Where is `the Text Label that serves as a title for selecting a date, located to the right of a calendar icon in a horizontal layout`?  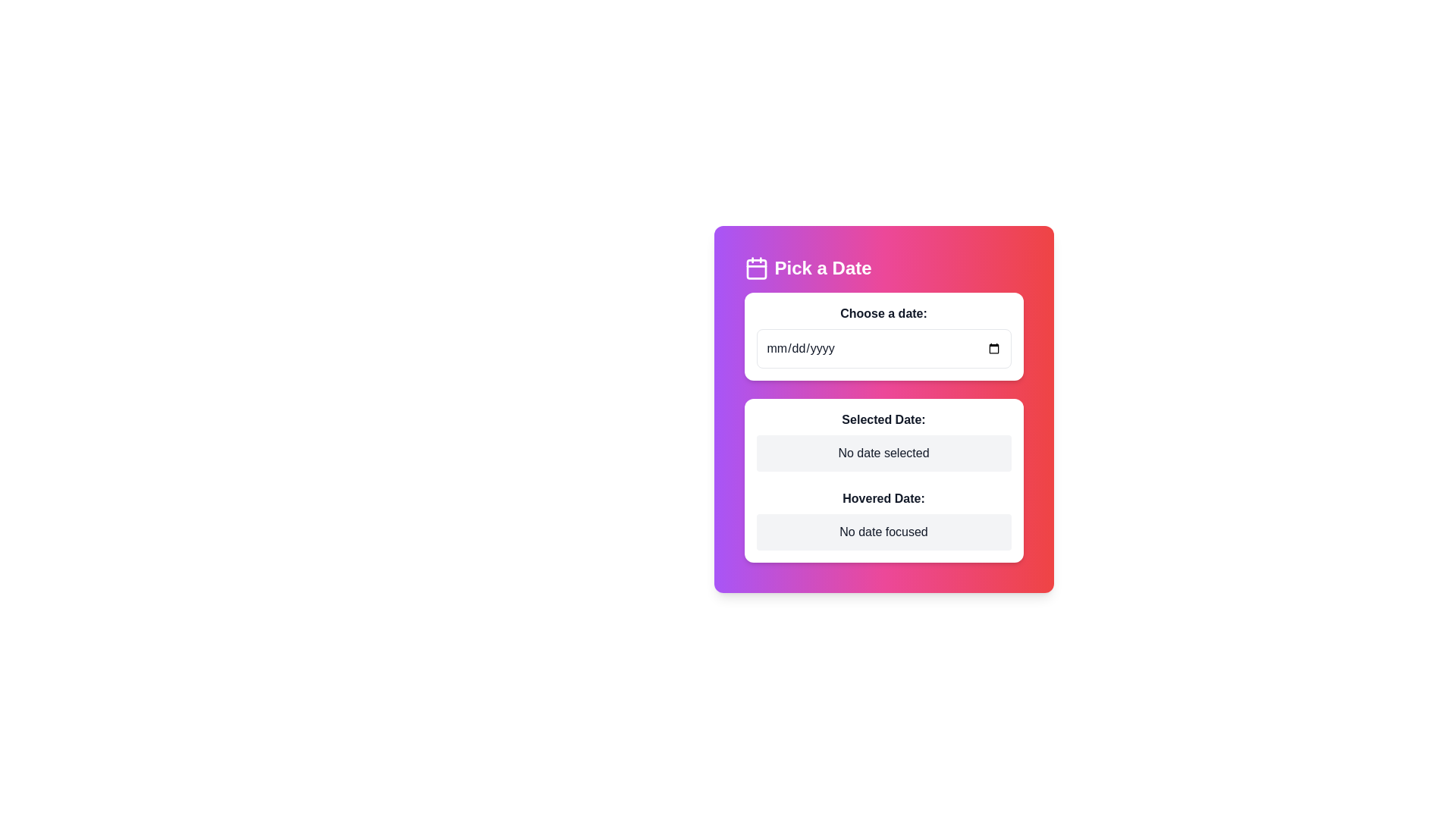 the Text Label that serves as a title for selecting a date, located to the right of a calendar icon in a horizontal layout is located at coordinates (822, 268).